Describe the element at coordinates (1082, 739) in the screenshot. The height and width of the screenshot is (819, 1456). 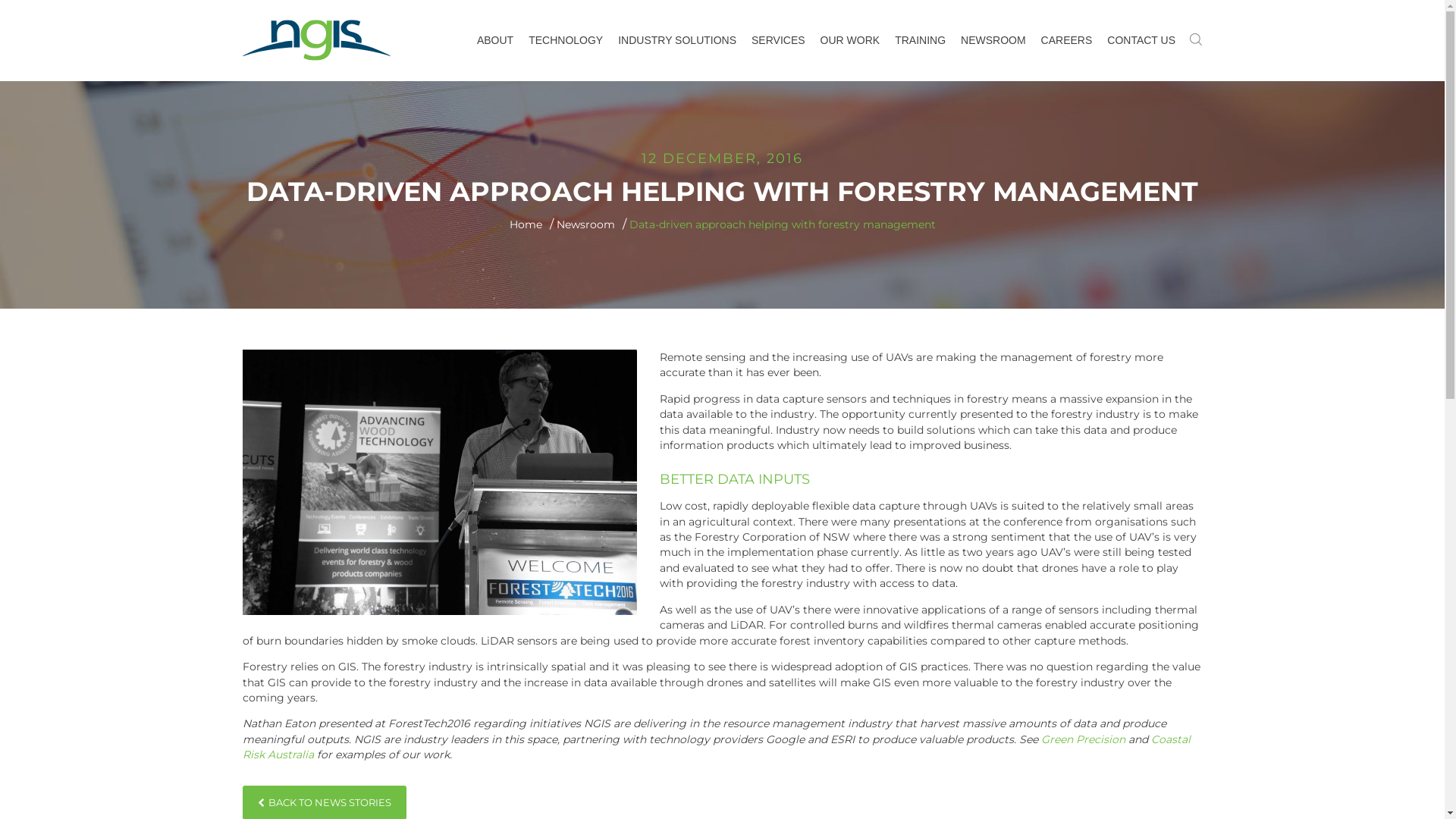
I see `'Green Precision'` at that location.